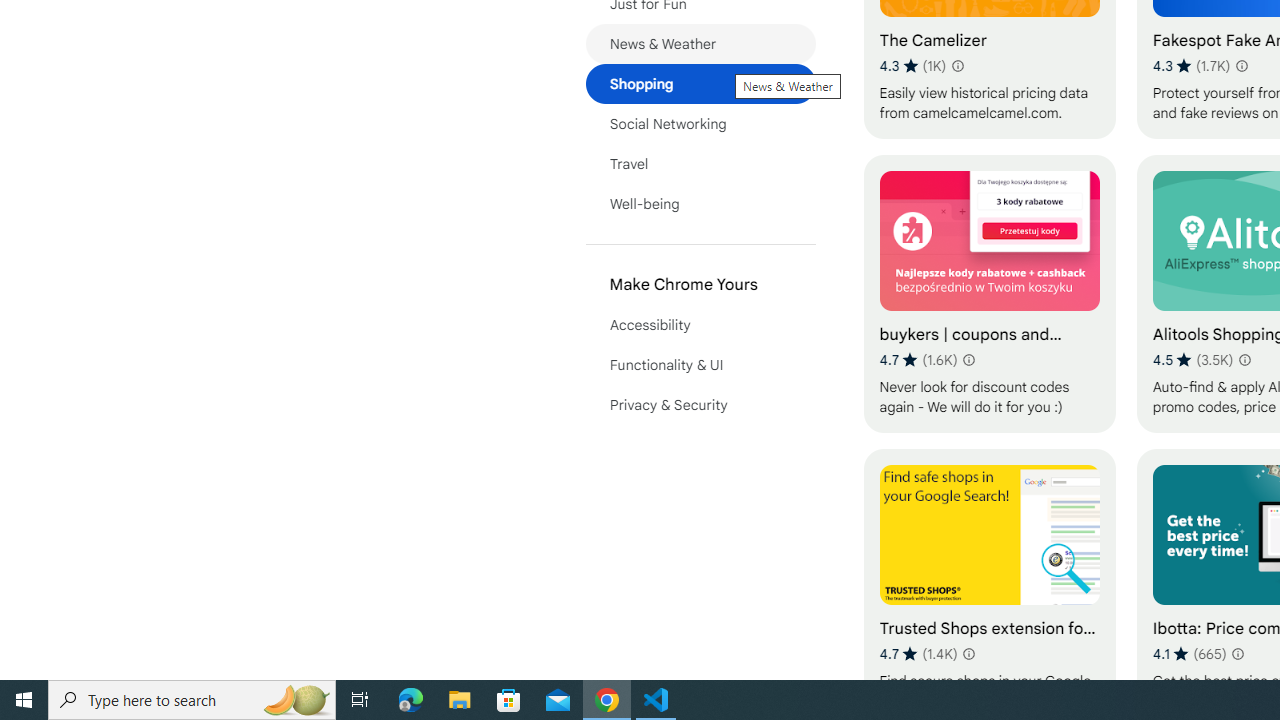  I want to click on 'Social Networking', so click(700, 123).